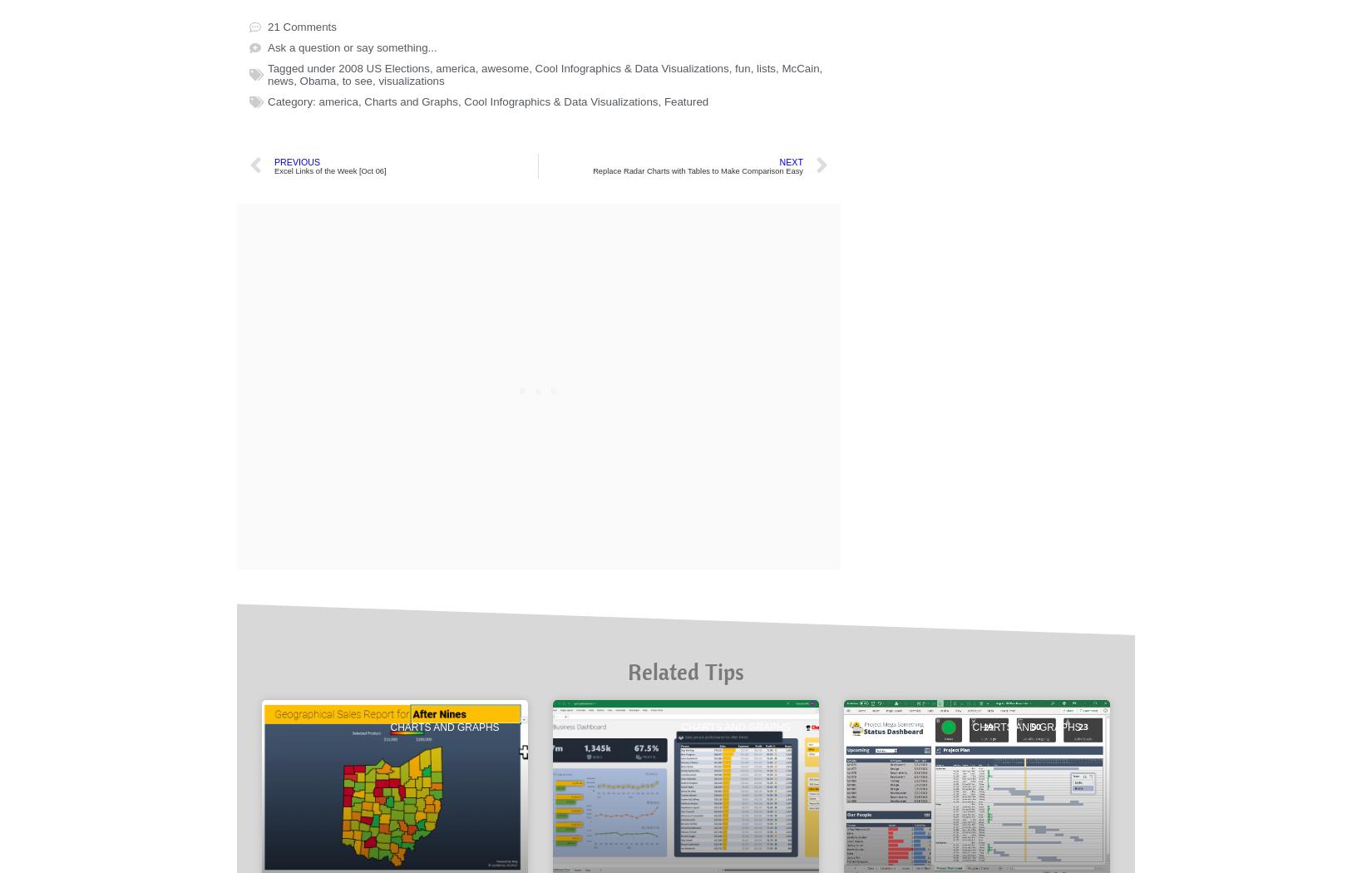 Image resolution: width=1372 pixels, height=873 pixels. What do you see at coordinates (382, 639) in the screenshot?
I see `'2008 US Elections'` at bounding box center [382, 639].